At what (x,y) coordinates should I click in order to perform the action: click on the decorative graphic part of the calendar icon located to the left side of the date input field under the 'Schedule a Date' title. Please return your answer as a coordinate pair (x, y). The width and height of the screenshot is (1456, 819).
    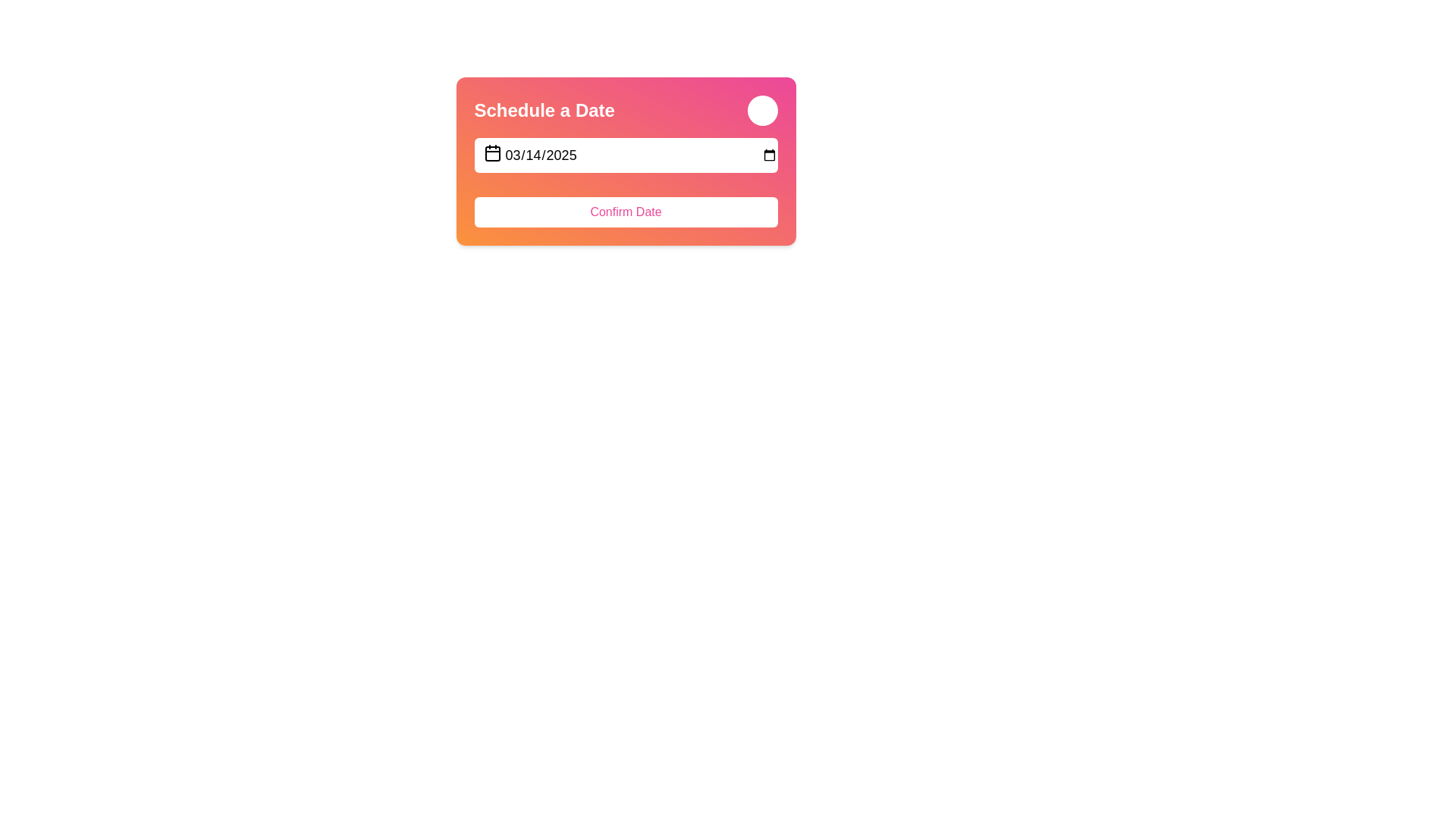
    Looking at the image, I should click on (492, 154).